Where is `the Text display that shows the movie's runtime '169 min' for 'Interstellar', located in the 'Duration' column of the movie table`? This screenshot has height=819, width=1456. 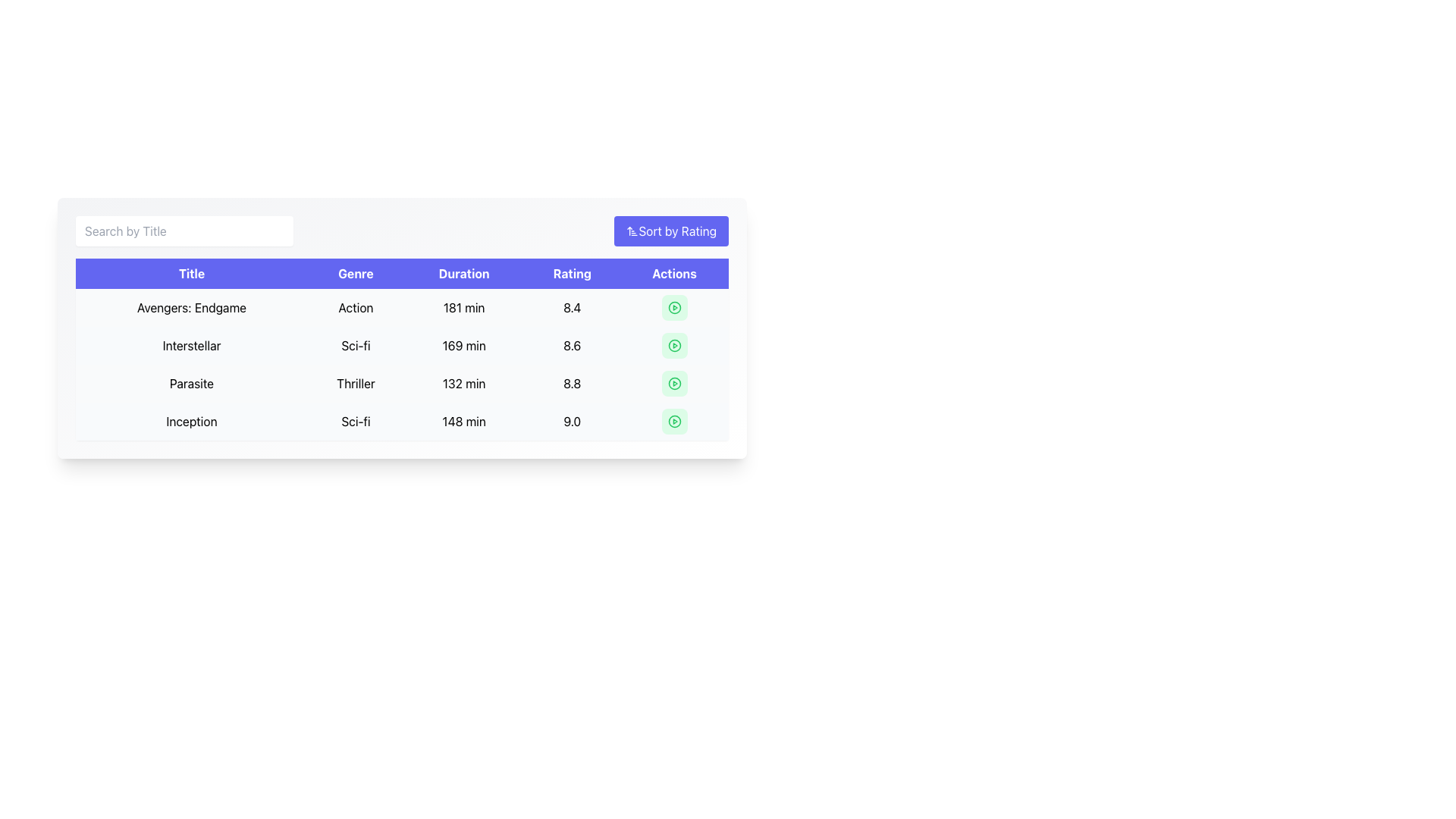
the Text display that shows the movie's runtime '169 min' for 'Interstellar', located in the 'Duration' column of the movie table is located at coordinates (463, 345).